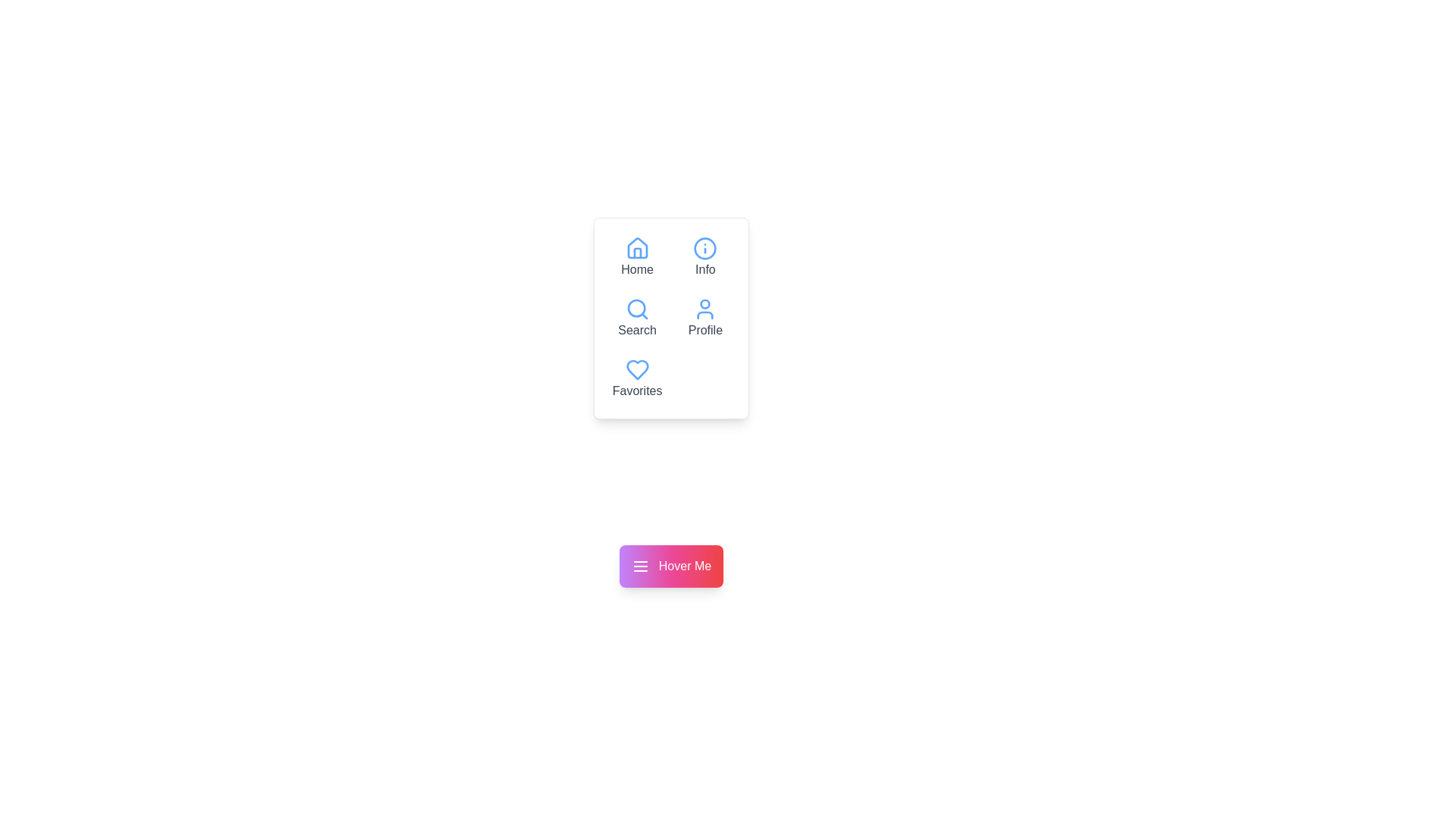 This screenshot has height=819, width=1456. Describe the element at coordinates (704, 304) in the screenshot. I see `the circle graphical vector component that represents the user's profile within the top center portion of the user profile icon in the top-right quadrant of the menu` at that location.